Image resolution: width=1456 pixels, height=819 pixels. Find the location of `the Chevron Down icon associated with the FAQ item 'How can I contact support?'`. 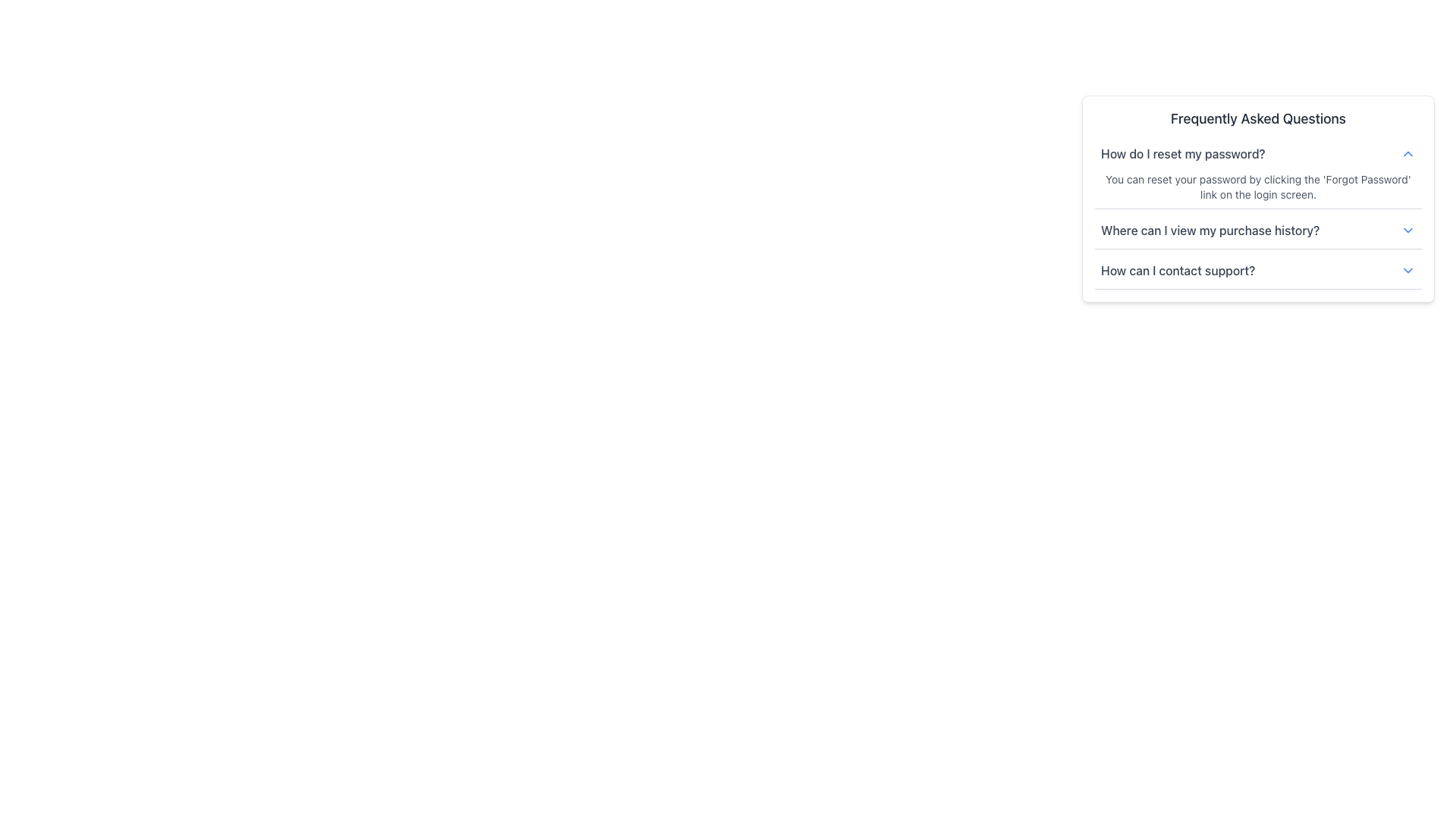

the Chevron Down icon associated with the FAQ item 'How can I contact support?' is located at coordinates (1407, 270).